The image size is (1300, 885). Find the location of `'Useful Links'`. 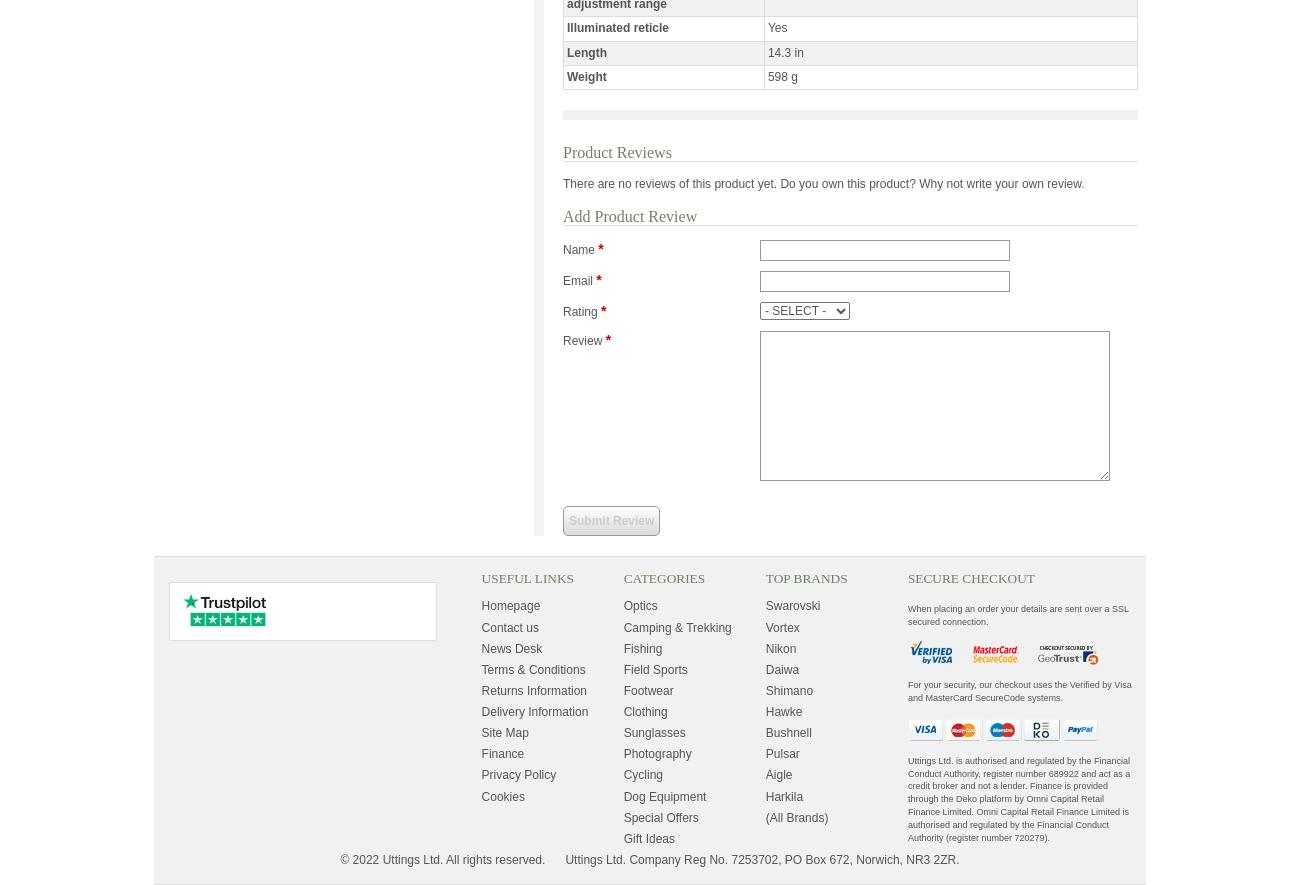

'Useful Links' is located at coordinates (480, 577).